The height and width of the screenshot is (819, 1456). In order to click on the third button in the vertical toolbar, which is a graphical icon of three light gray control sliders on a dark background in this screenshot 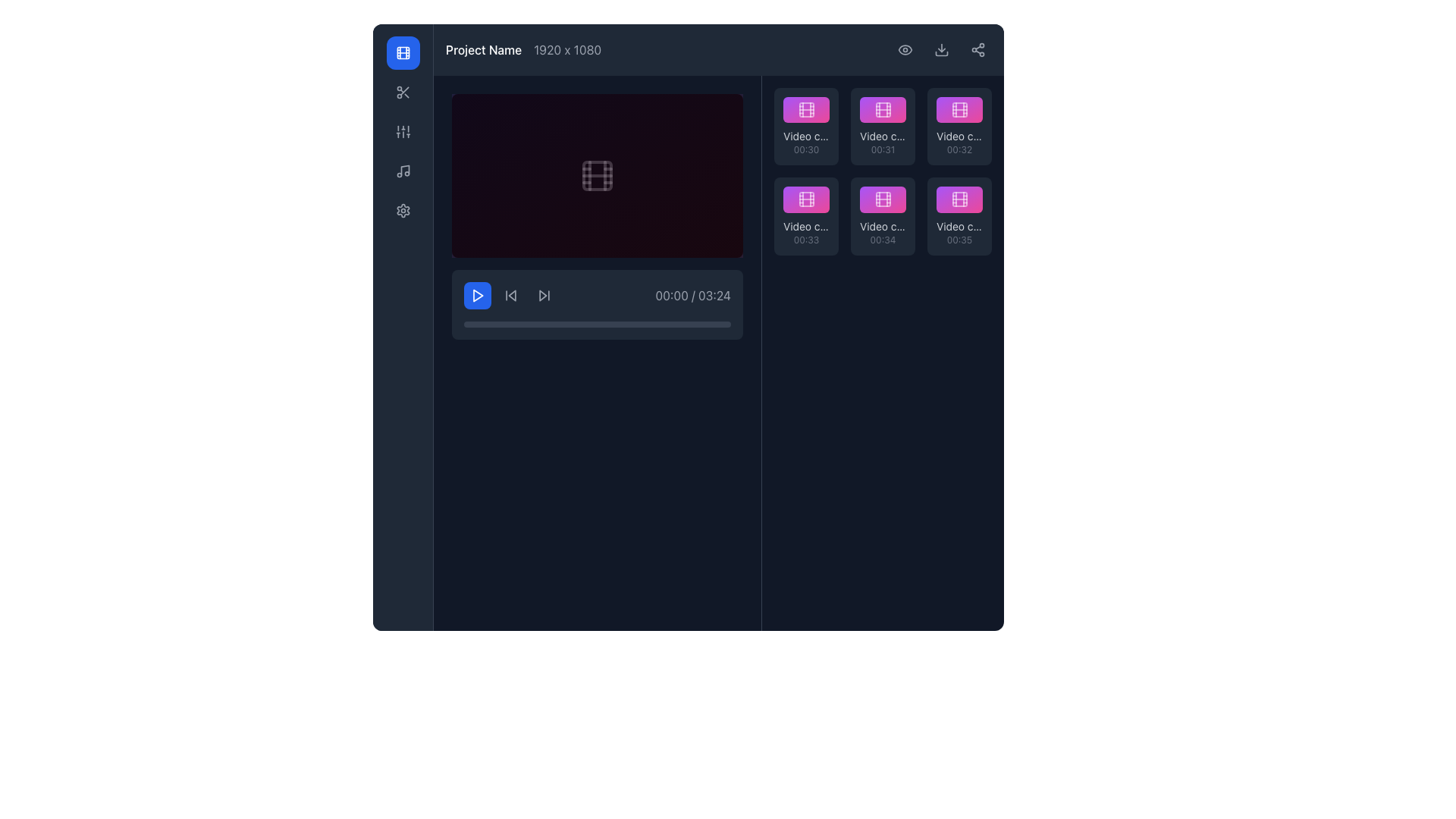, I will do `click(403, 130)`.